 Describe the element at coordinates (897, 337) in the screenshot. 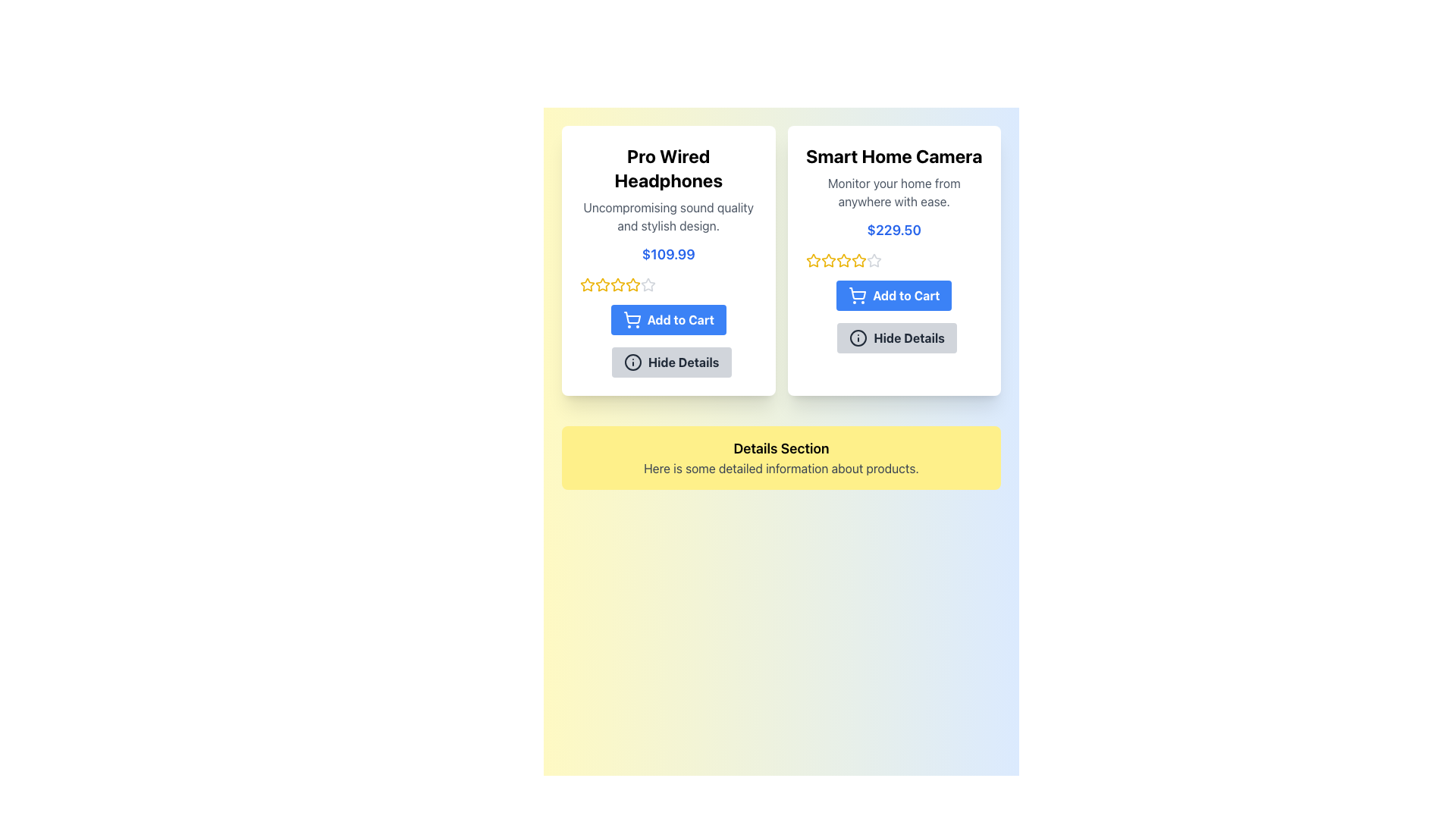

I see `the button that toggles the visibility of additional product details for the 'Smart Home Camera', located below the 'Add to Cart' button` at that location.